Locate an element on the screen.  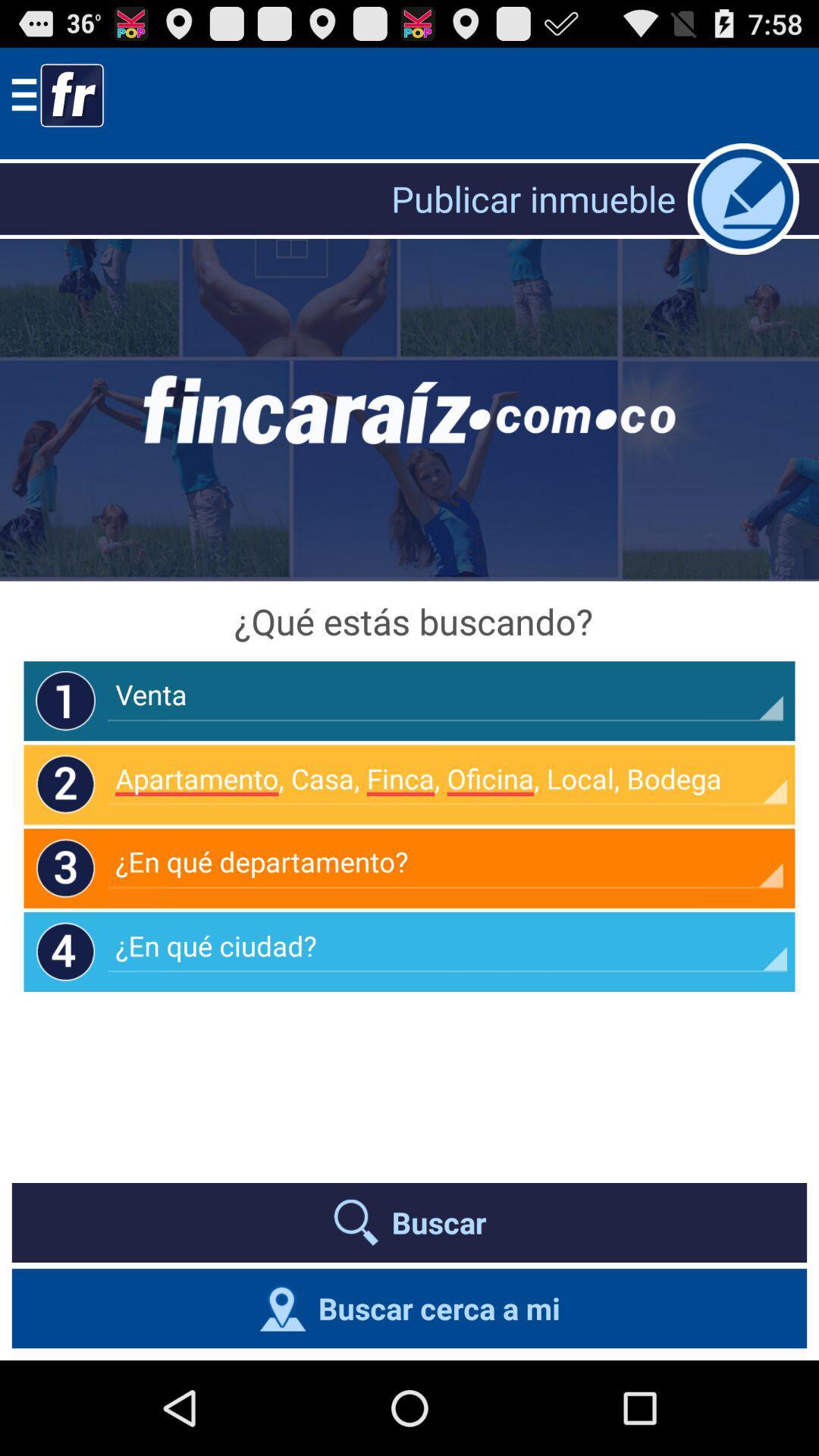
button to begin writing an advertisement is located at coordinates (742, 198).